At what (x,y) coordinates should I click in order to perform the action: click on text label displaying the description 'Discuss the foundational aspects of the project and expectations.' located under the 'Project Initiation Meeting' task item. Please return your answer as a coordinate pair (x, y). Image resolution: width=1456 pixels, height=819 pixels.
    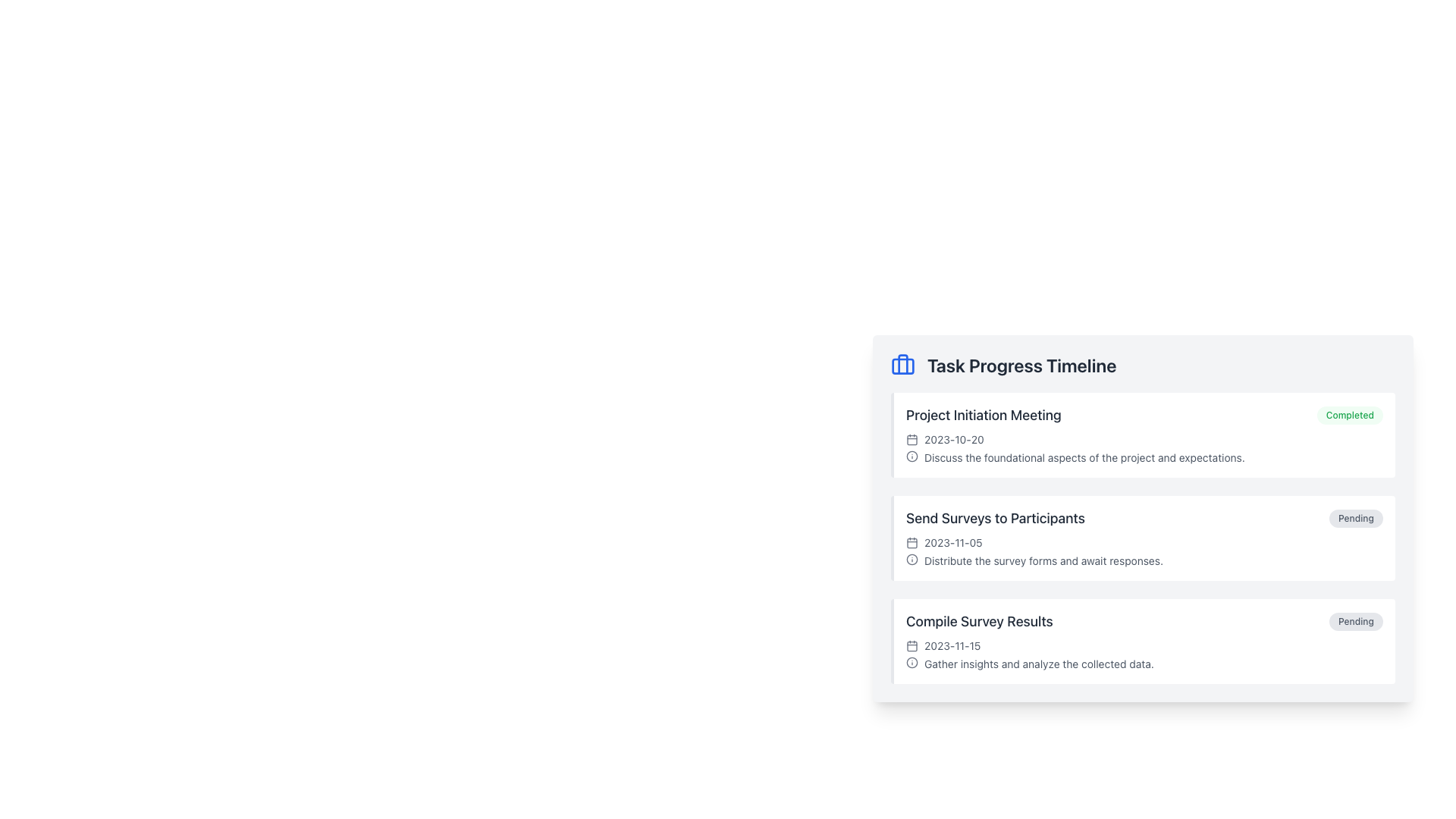
    Looking at the image, I should click on (1084, 457).